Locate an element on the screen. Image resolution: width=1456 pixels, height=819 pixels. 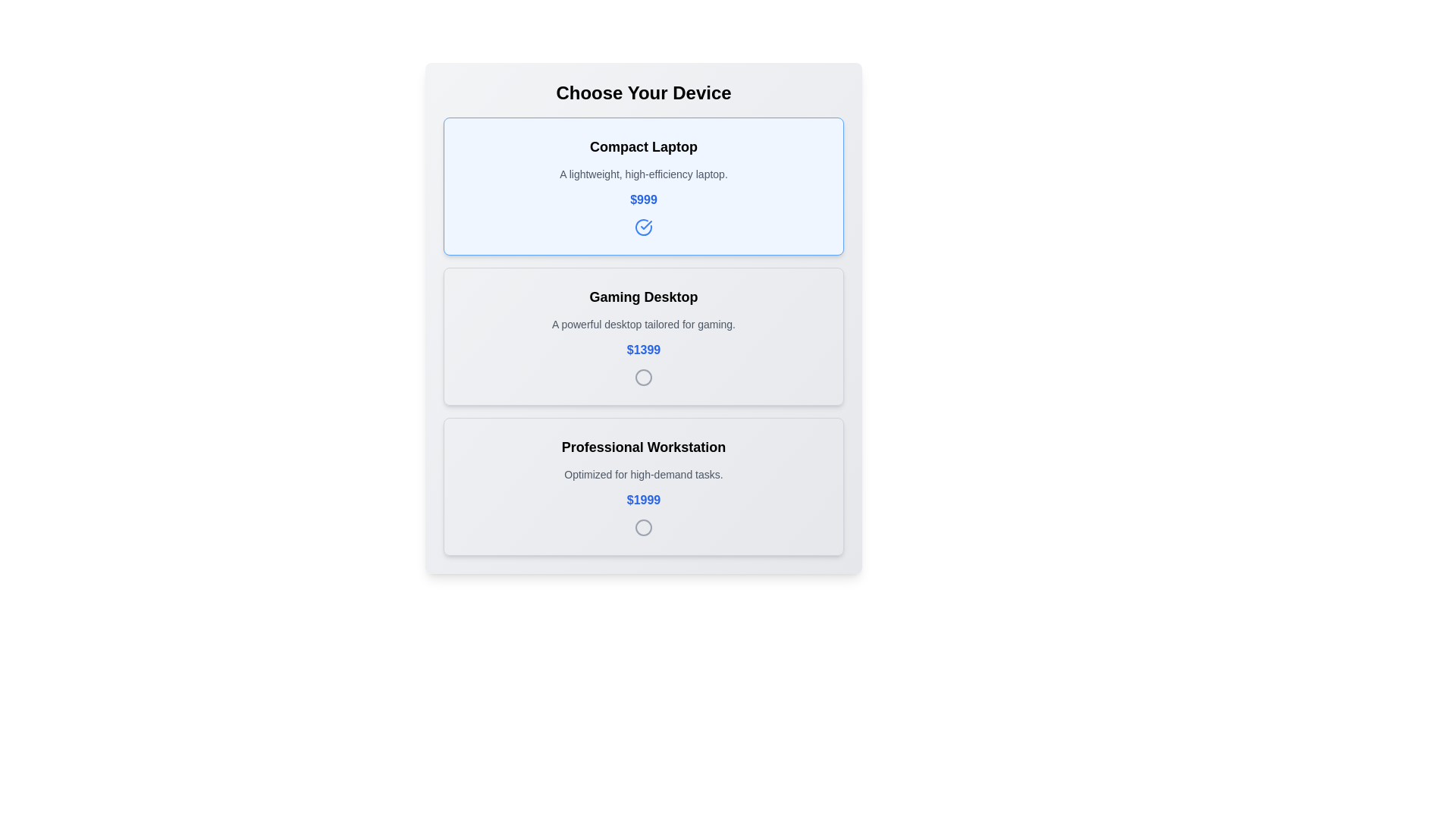
the static text label displaying the price ($1999) for the 'Professional Workstation' option, located beneath the description 'Optimized for high-demand tasks.' is located at coordinates (644, 500).